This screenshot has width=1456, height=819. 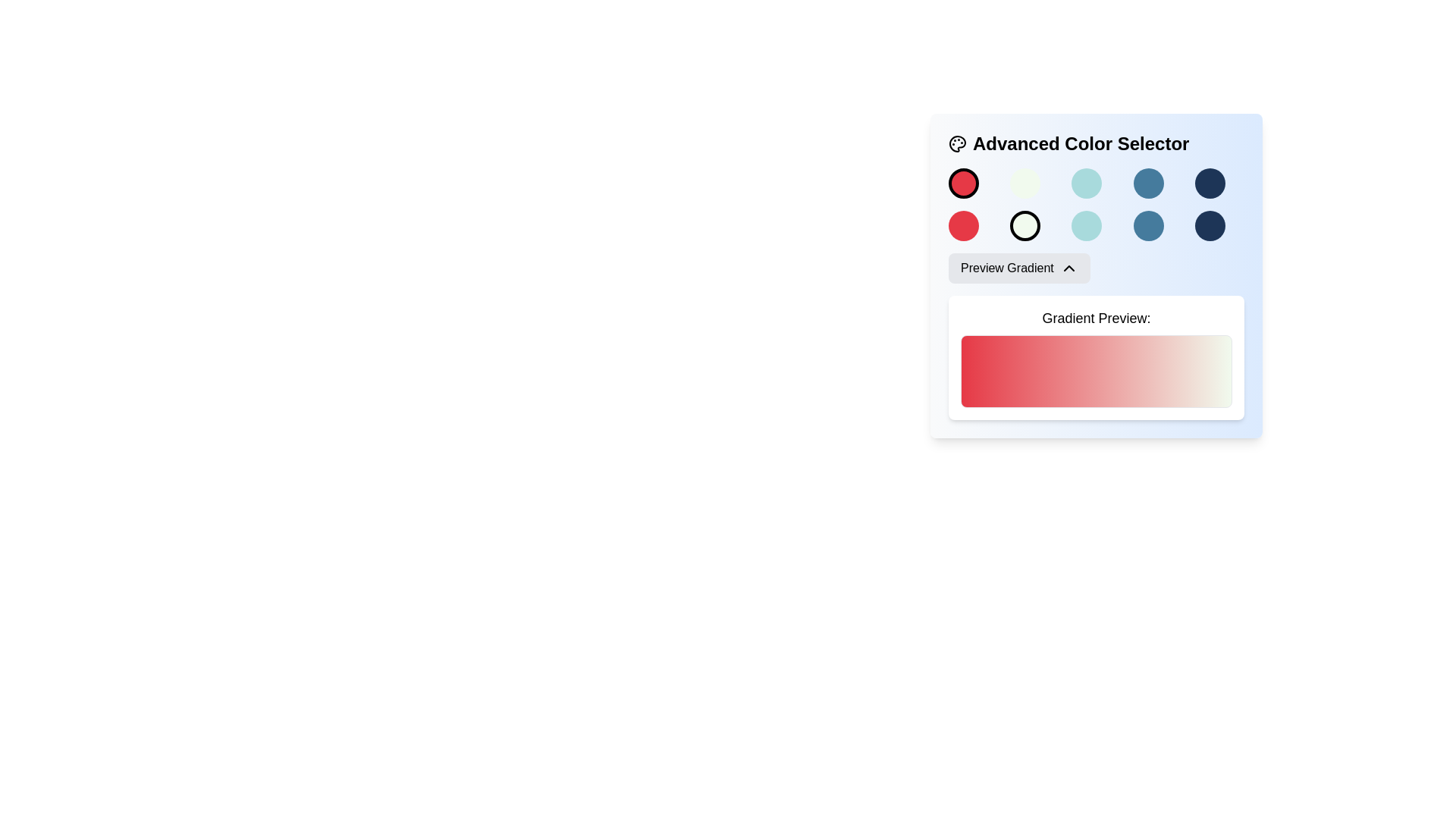 What do you see at coordinates (1096, 318) in the screenshot?
I see `the descriptive heading text label for the gradient preview section, which is centrally positioned towards the right side of the interface, located above the gradient preview area` at bounding box center [1096, 318].